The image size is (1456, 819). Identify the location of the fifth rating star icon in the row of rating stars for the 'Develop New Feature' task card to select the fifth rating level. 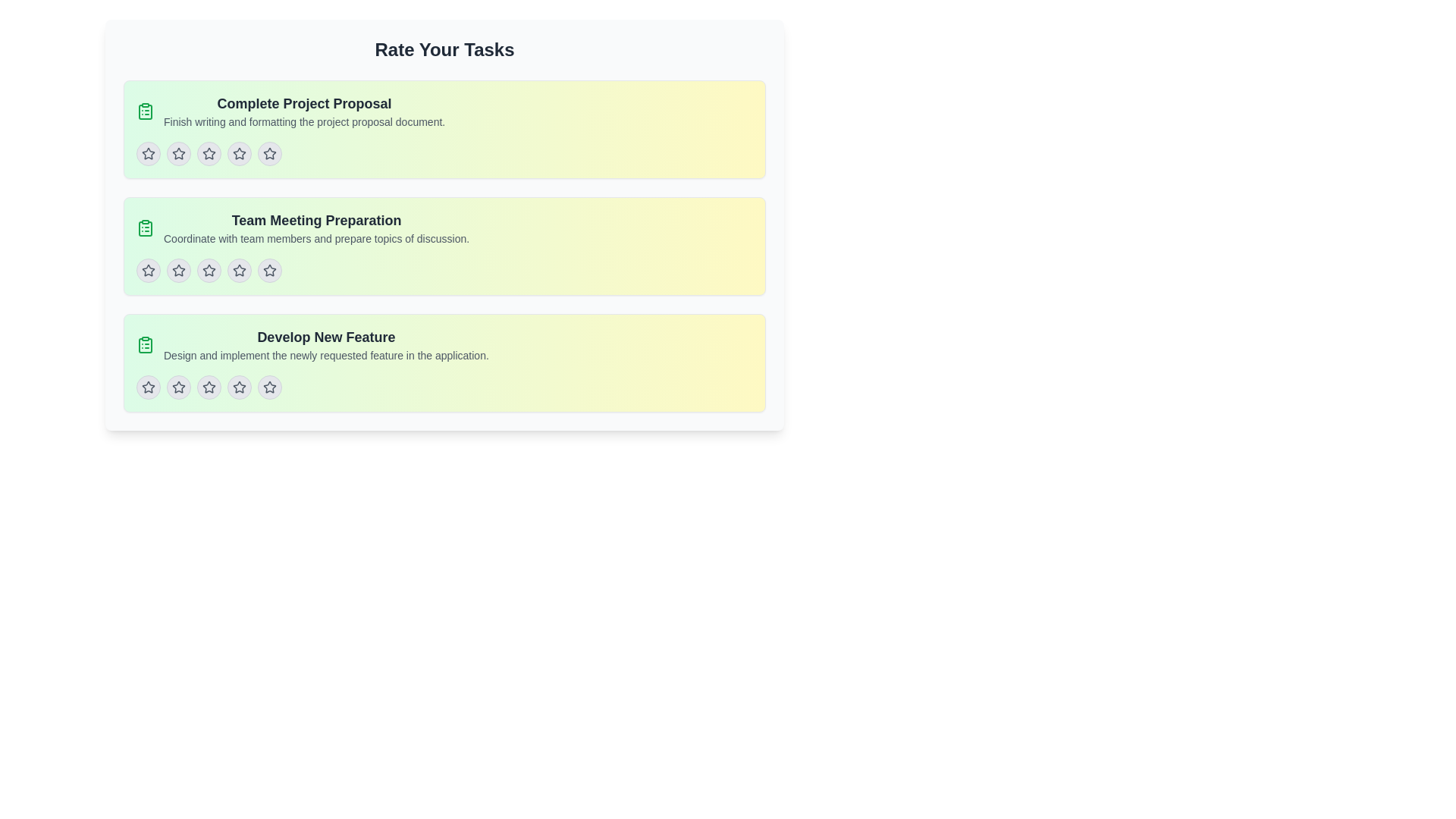
(269, 386).